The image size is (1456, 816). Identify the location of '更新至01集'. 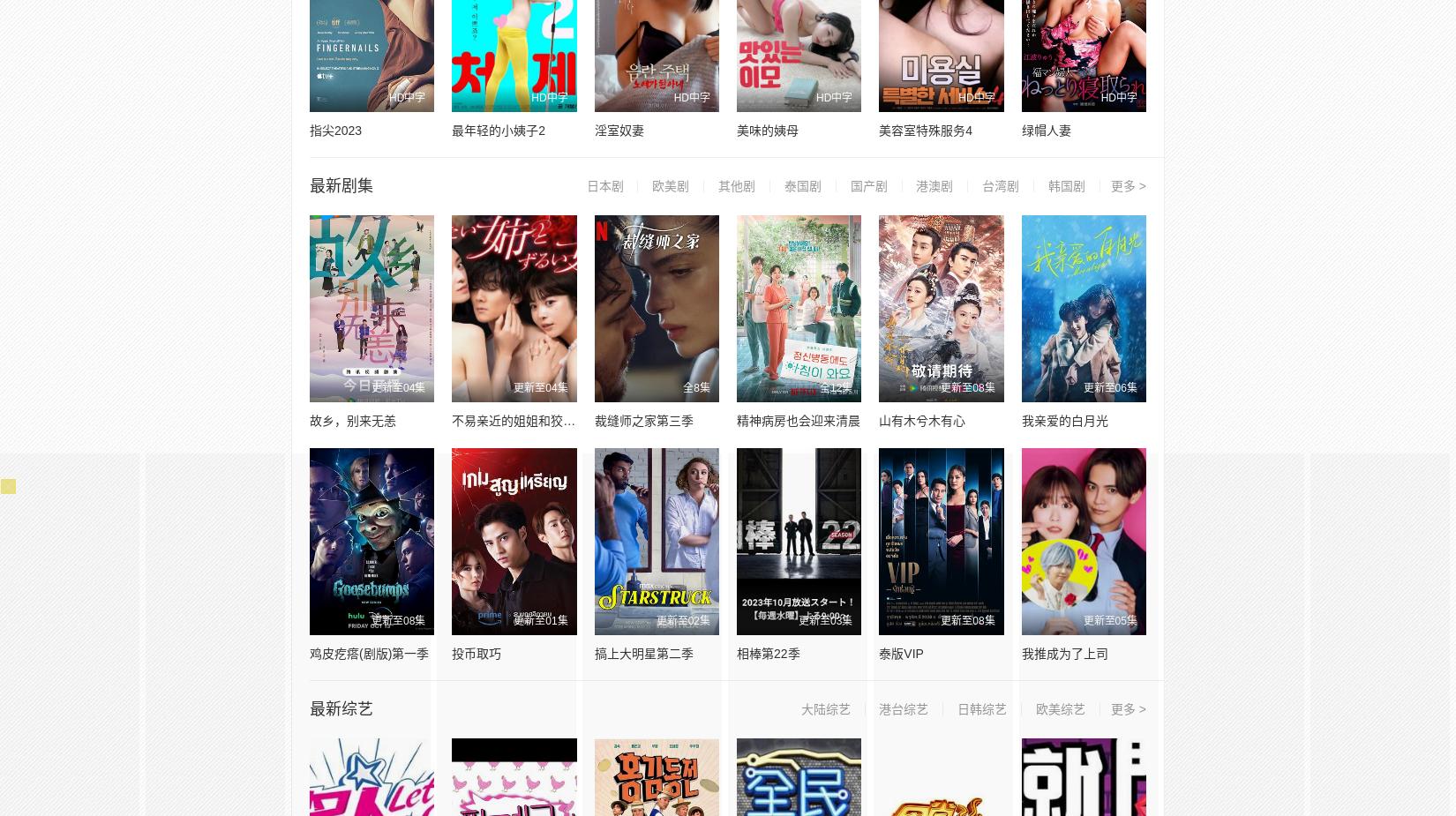
(539, 620).